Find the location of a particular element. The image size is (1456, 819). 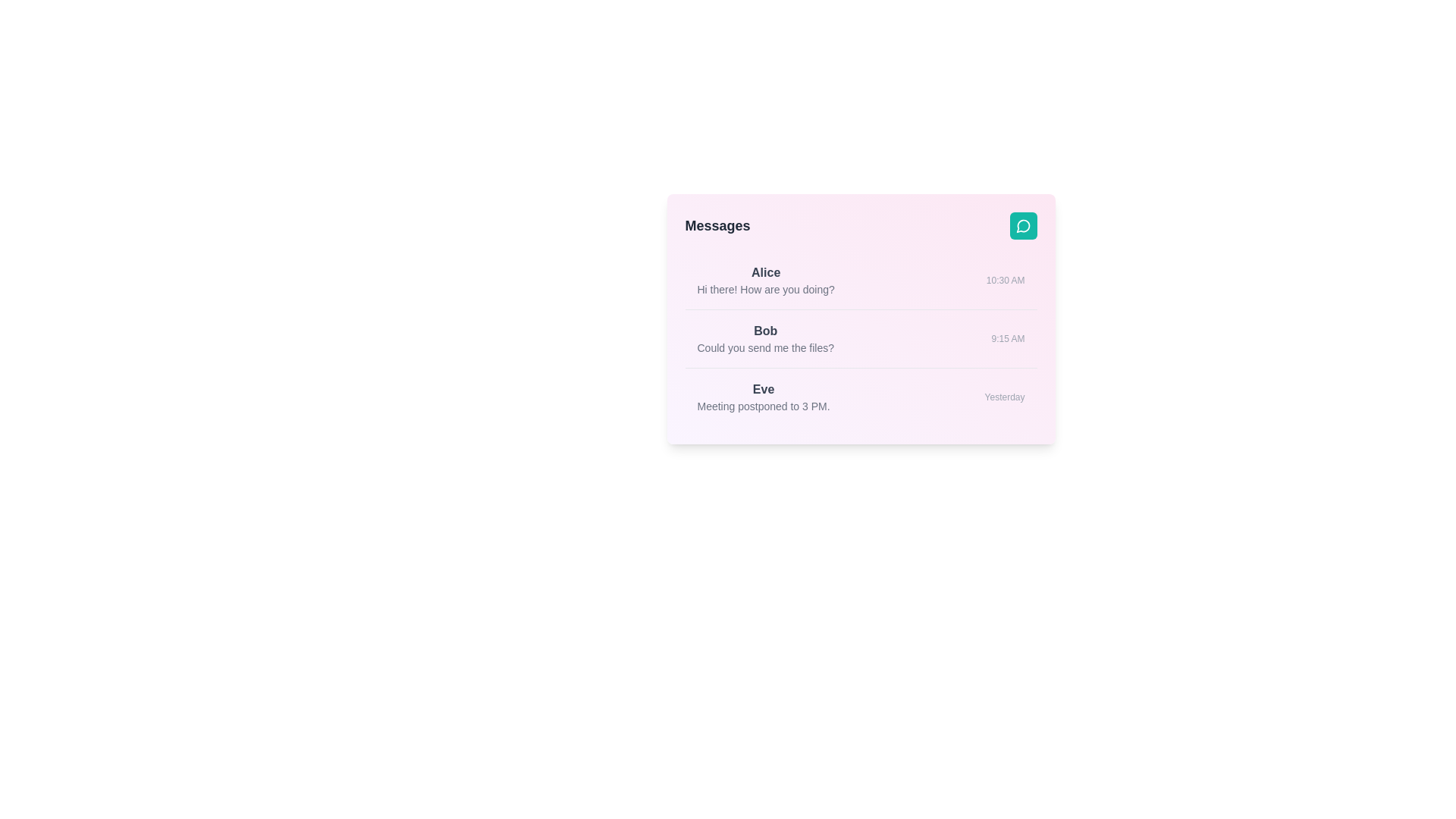

the conversation item corresponding to Eve is located at coordinates (861, 396).